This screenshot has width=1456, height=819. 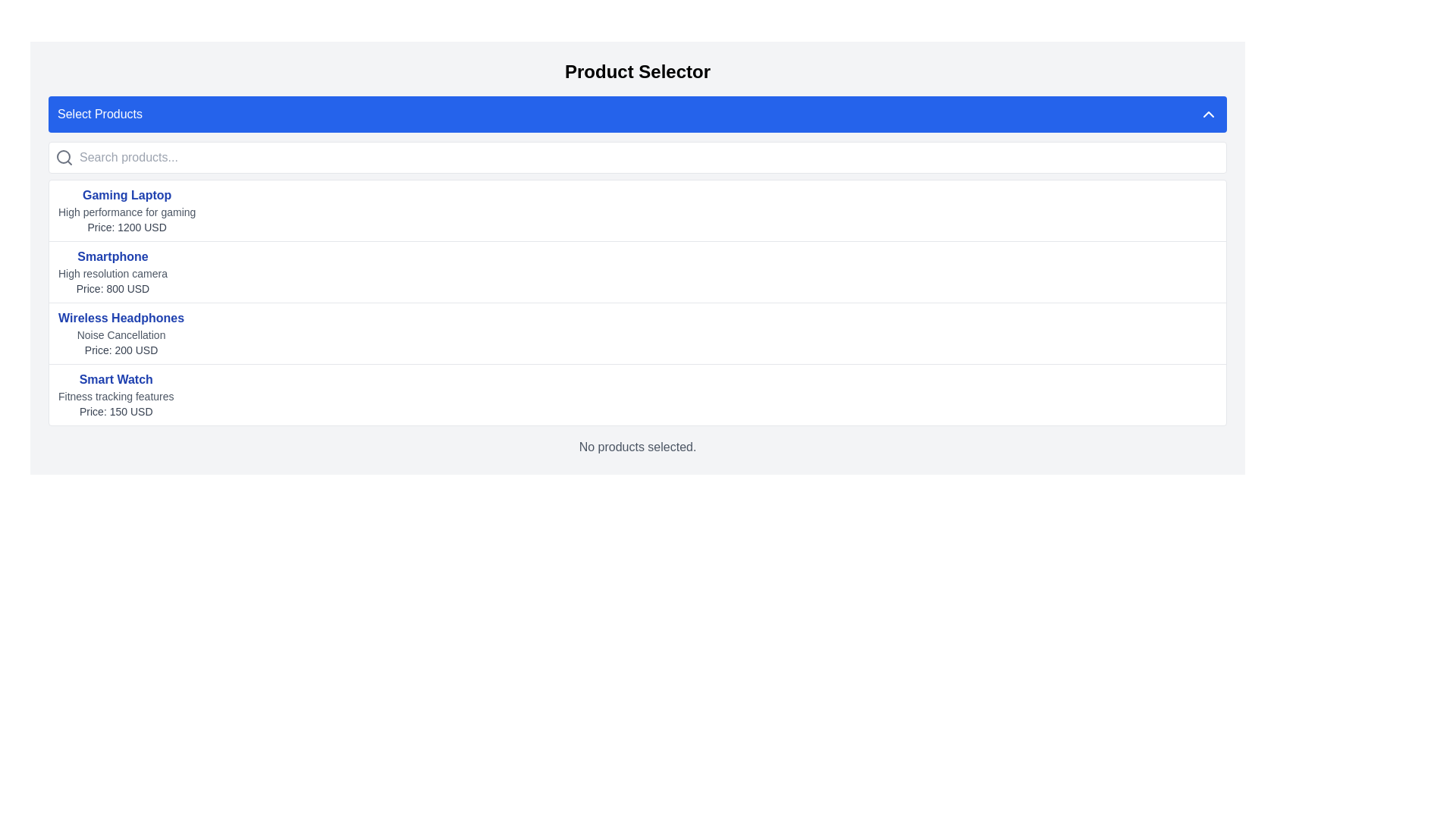 What do you see at coordinates (115, 396) in the screenshot?
I see `product description text label located under the 'Smart Watch' heading and above the 'Price: 150 USD' text` at bounding box center [115, 396].